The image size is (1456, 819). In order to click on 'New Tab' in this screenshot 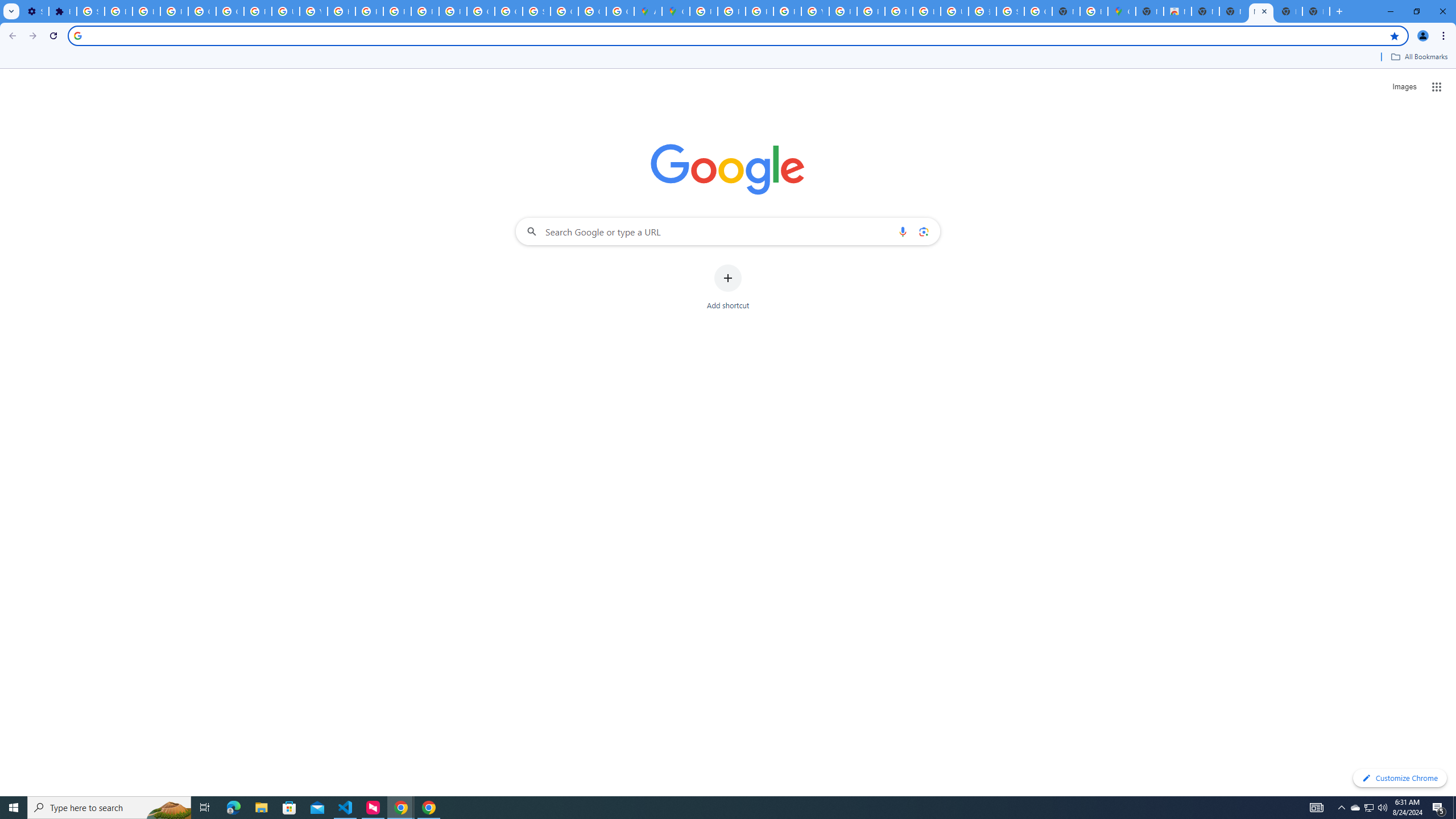, I will do `click(1316, 11)`.